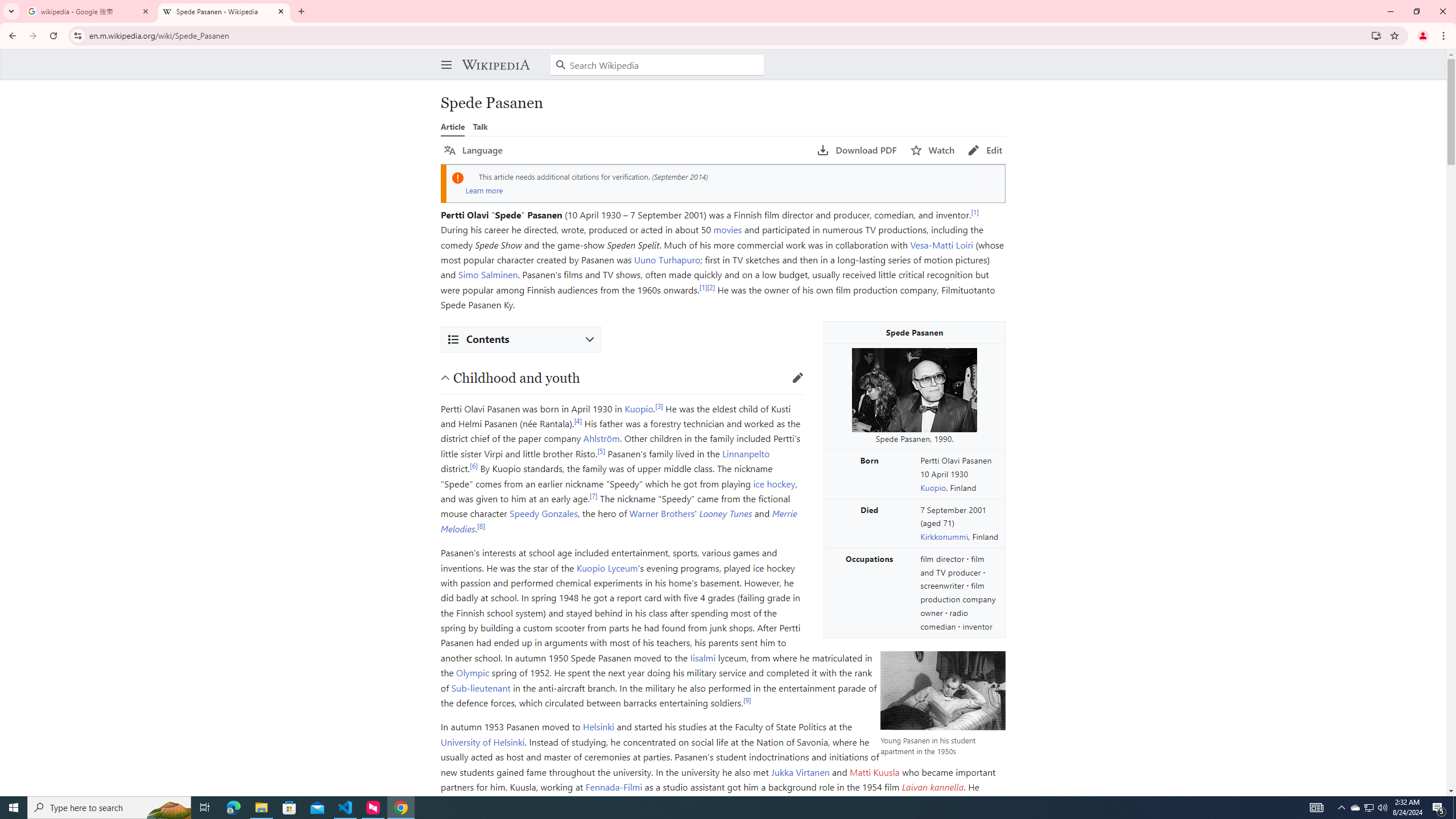 Image resolution: width=1456 pixels, height=819 pixels. What do you see at coordinates (593, 495) in the screenshot?
I see `'[7]'` at bounding box center [593, 495].